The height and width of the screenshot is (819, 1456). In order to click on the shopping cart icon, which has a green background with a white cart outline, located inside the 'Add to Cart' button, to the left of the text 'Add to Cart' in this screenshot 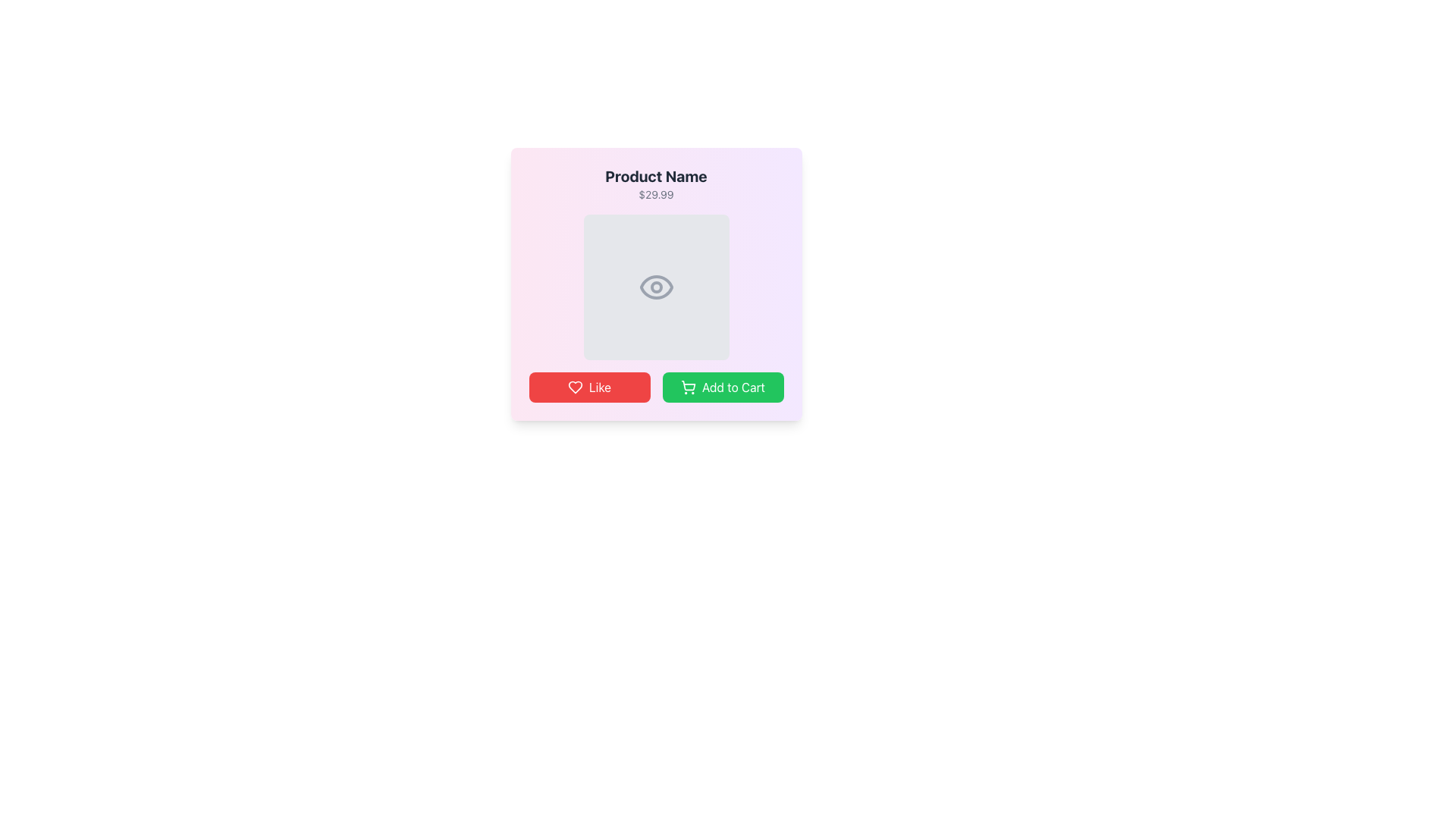, I will do `click(687, 386)`.